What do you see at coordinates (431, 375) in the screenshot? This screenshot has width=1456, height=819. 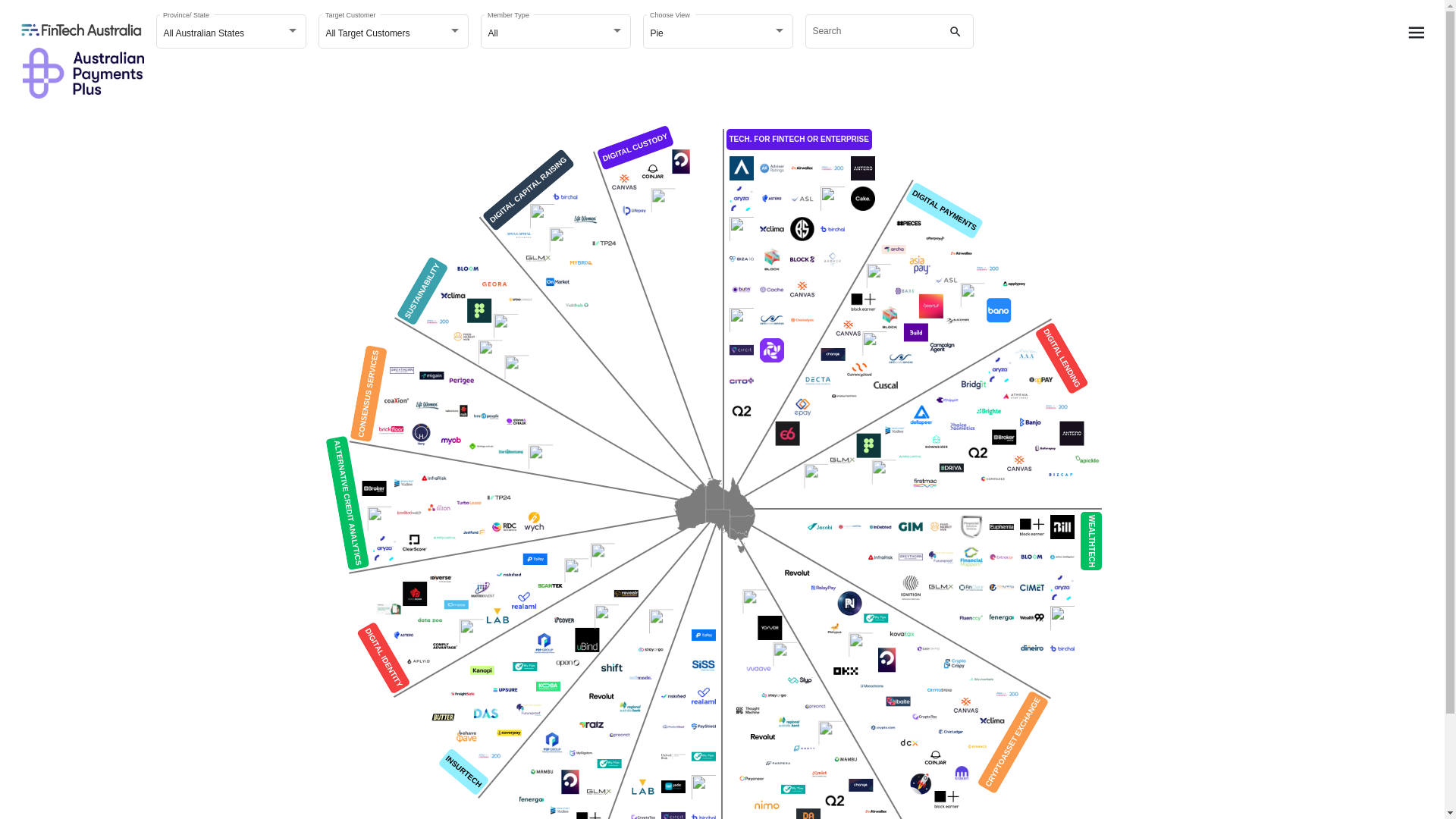 I see `'Migain'` at bounding box center [431, 375].